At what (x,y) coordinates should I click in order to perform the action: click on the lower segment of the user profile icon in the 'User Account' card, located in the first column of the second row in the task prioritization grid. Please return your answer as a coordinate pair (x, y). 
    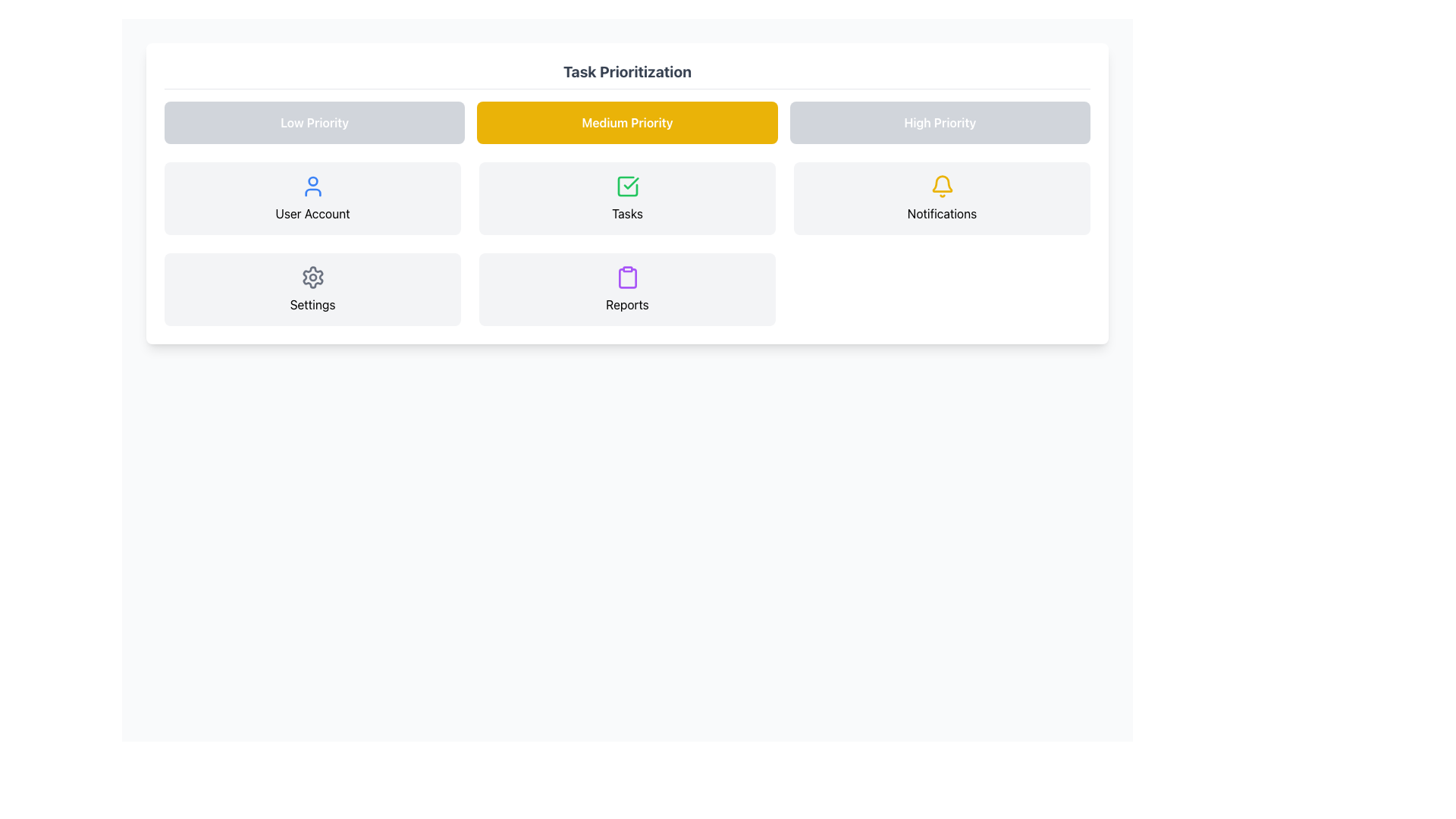
    Looking at the image, I should click on (312, 192).